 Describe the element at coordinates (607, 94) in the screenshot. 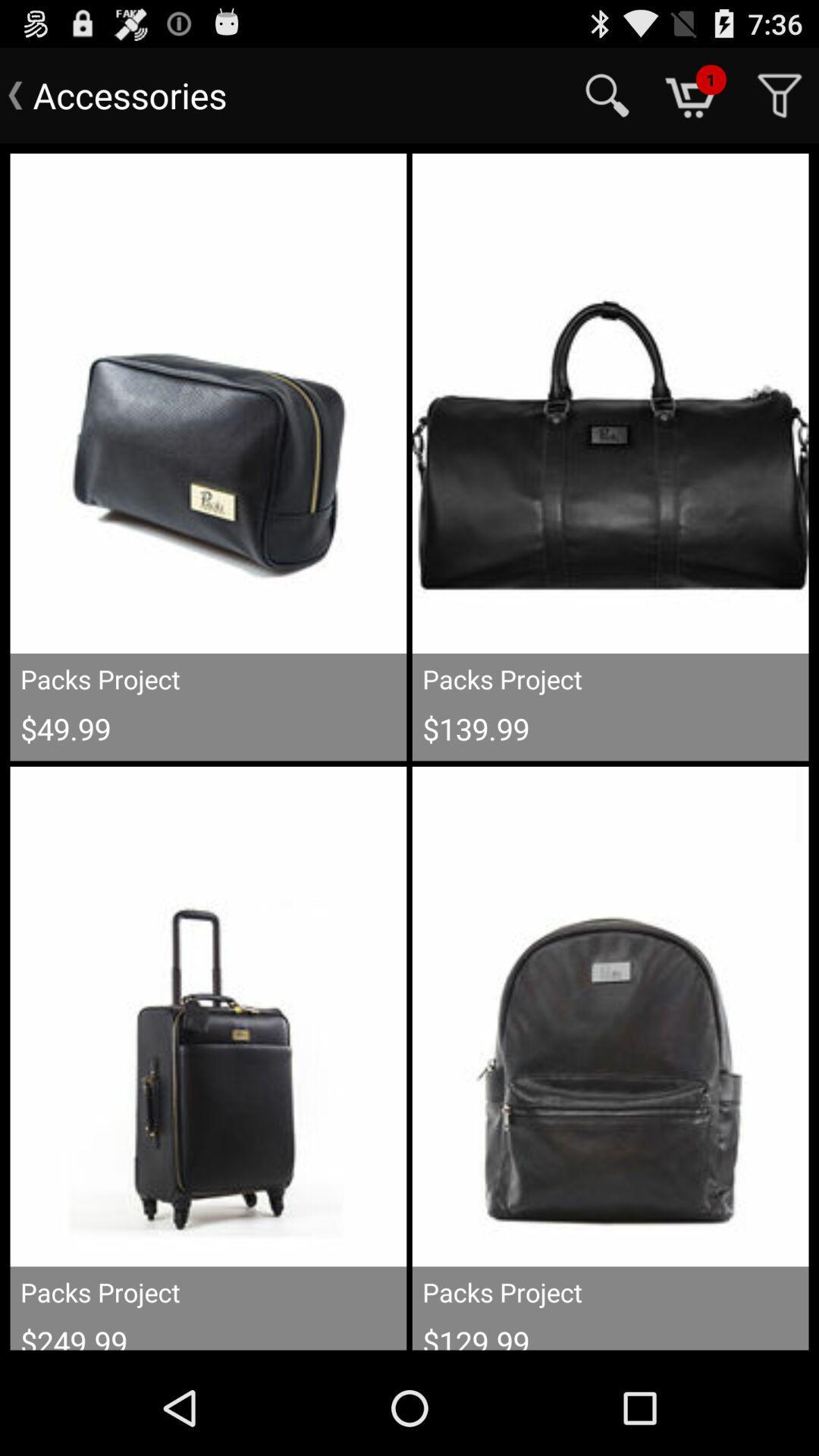

I see `the item next to the accessories item` at that location.